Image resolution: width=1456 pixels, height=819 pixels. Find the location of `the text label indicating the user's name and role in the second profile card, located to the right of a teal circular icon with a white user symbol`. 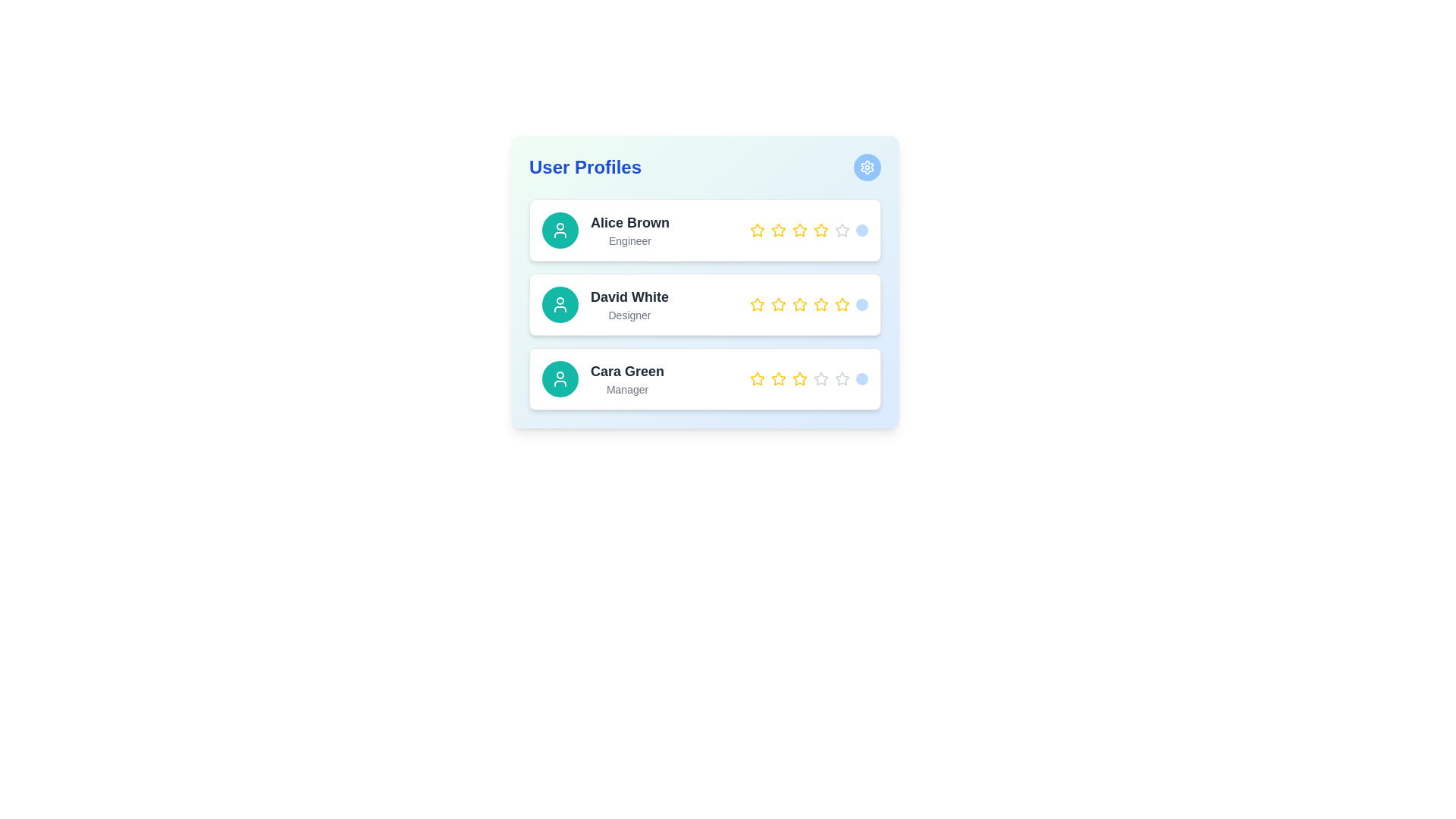

the text label indicating the user's name and role in the second profile card, located to the right of a teal circular icon with a white user symbol is located at coordinates (629, 304).